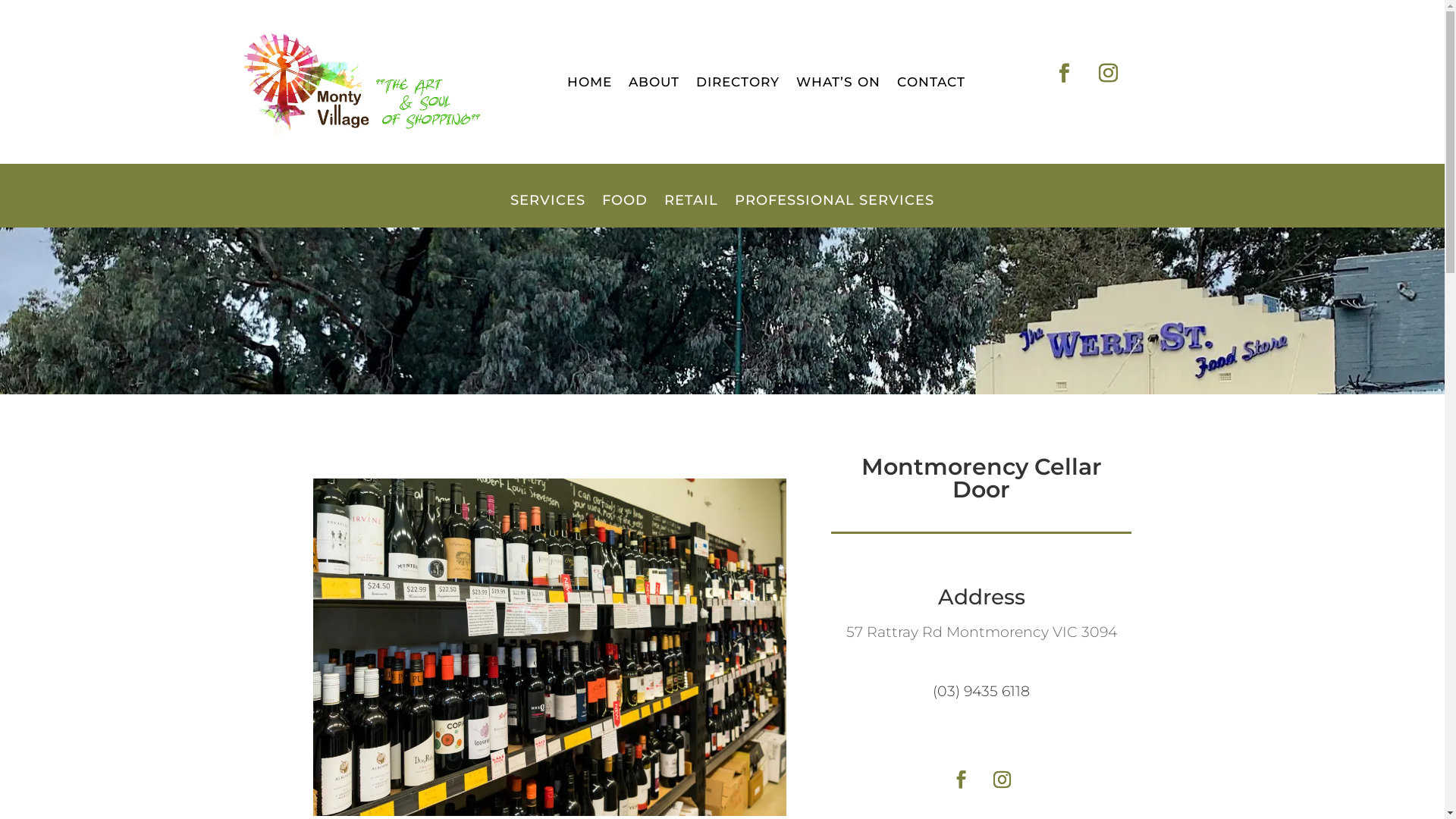  Describe the element at coordinates (547, 211) in the screenshot. I see `'SERVICES'` at that location.